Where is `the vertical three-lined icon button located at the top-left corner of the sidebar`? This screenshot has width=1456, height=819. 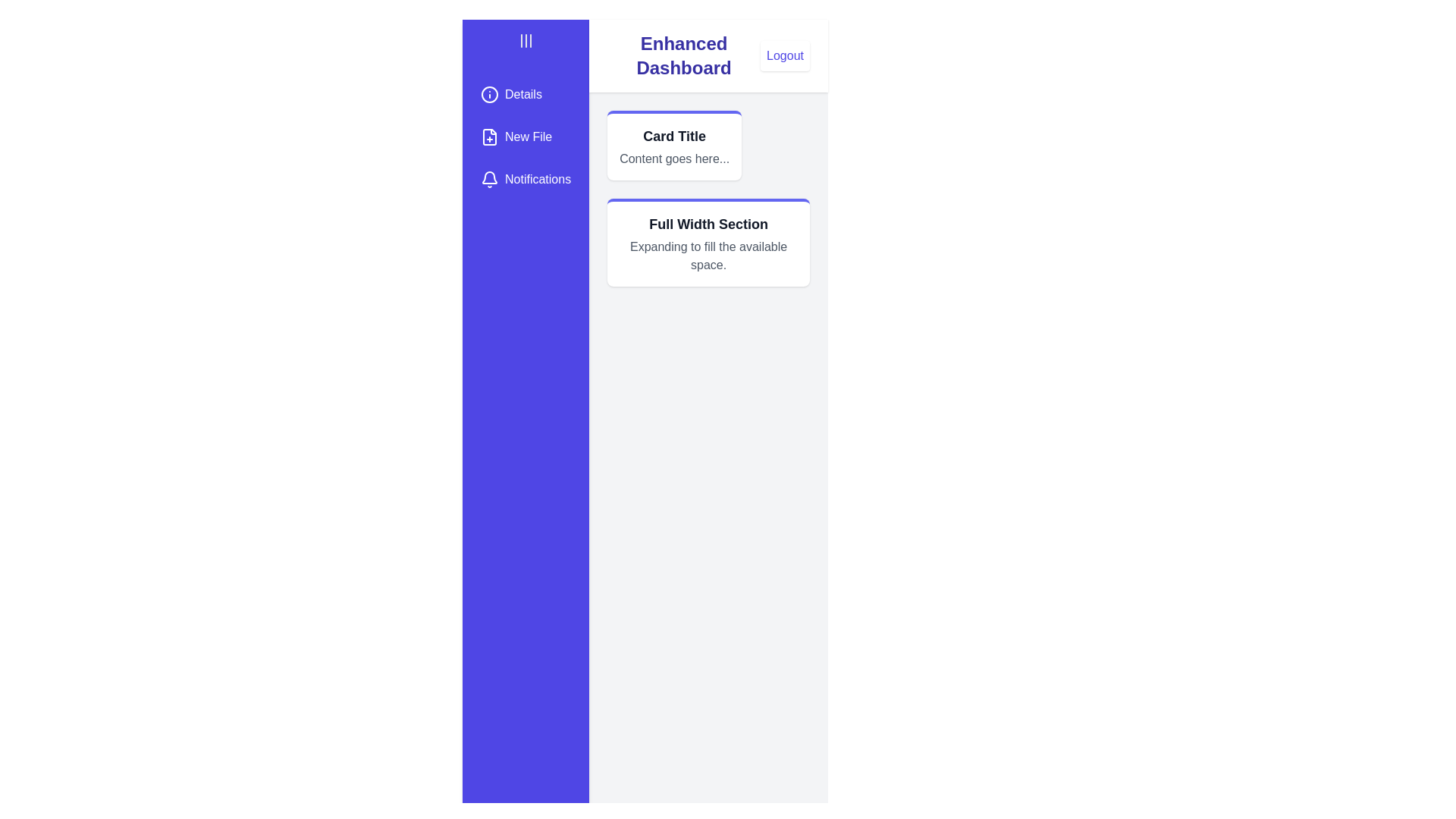 the vertical three-lined icon button located at the top-left corner of the sidebar is located at coordinates (526, 40).